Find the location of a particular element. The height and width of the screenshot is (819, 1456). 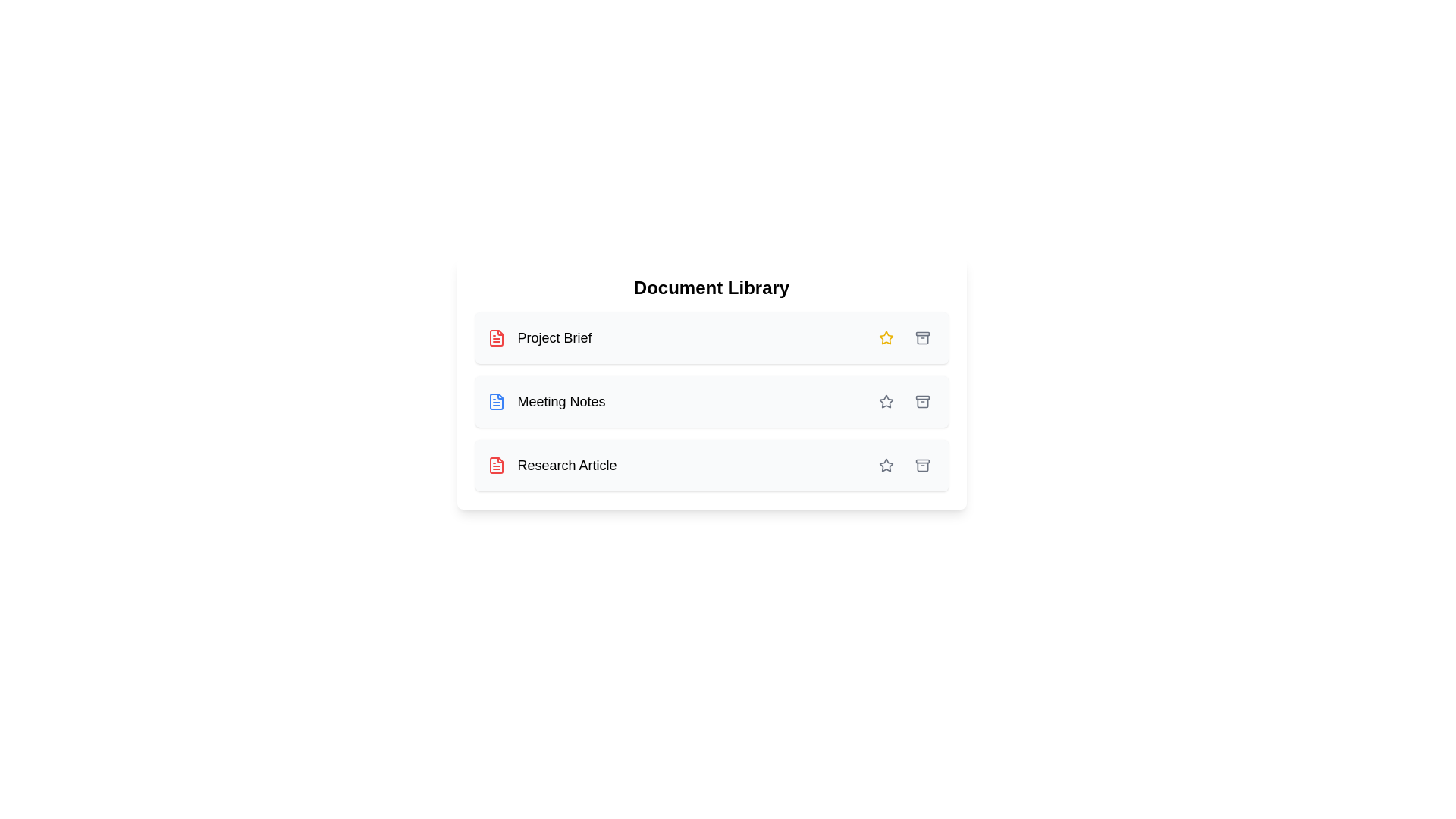

the star icon corresponding to the document named Project Brief to toggle its favorite status is located at coordinates (886, 337).